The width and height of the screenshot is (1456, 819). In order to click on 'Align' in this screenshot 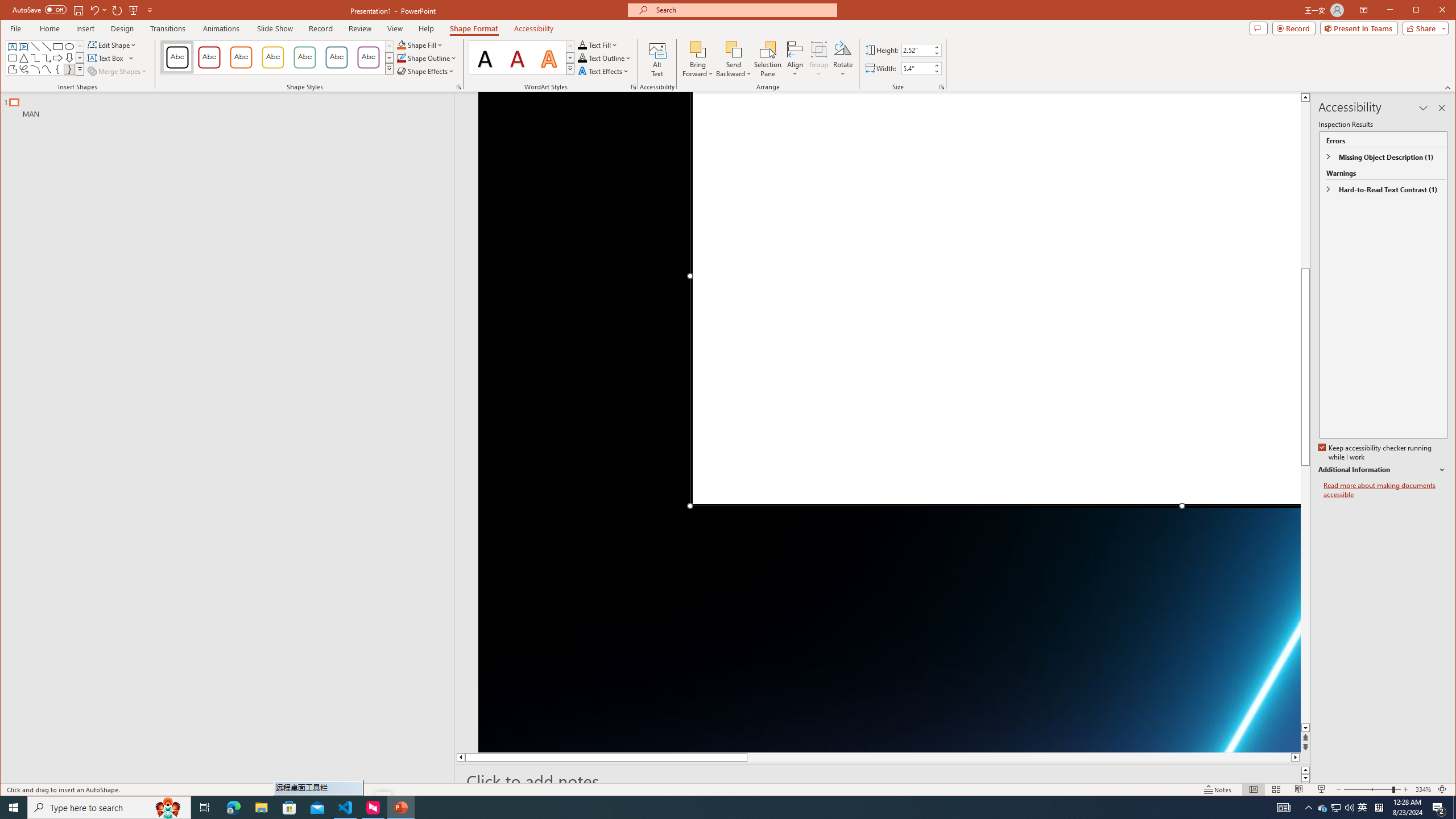, I will do `click(795, 59)`.